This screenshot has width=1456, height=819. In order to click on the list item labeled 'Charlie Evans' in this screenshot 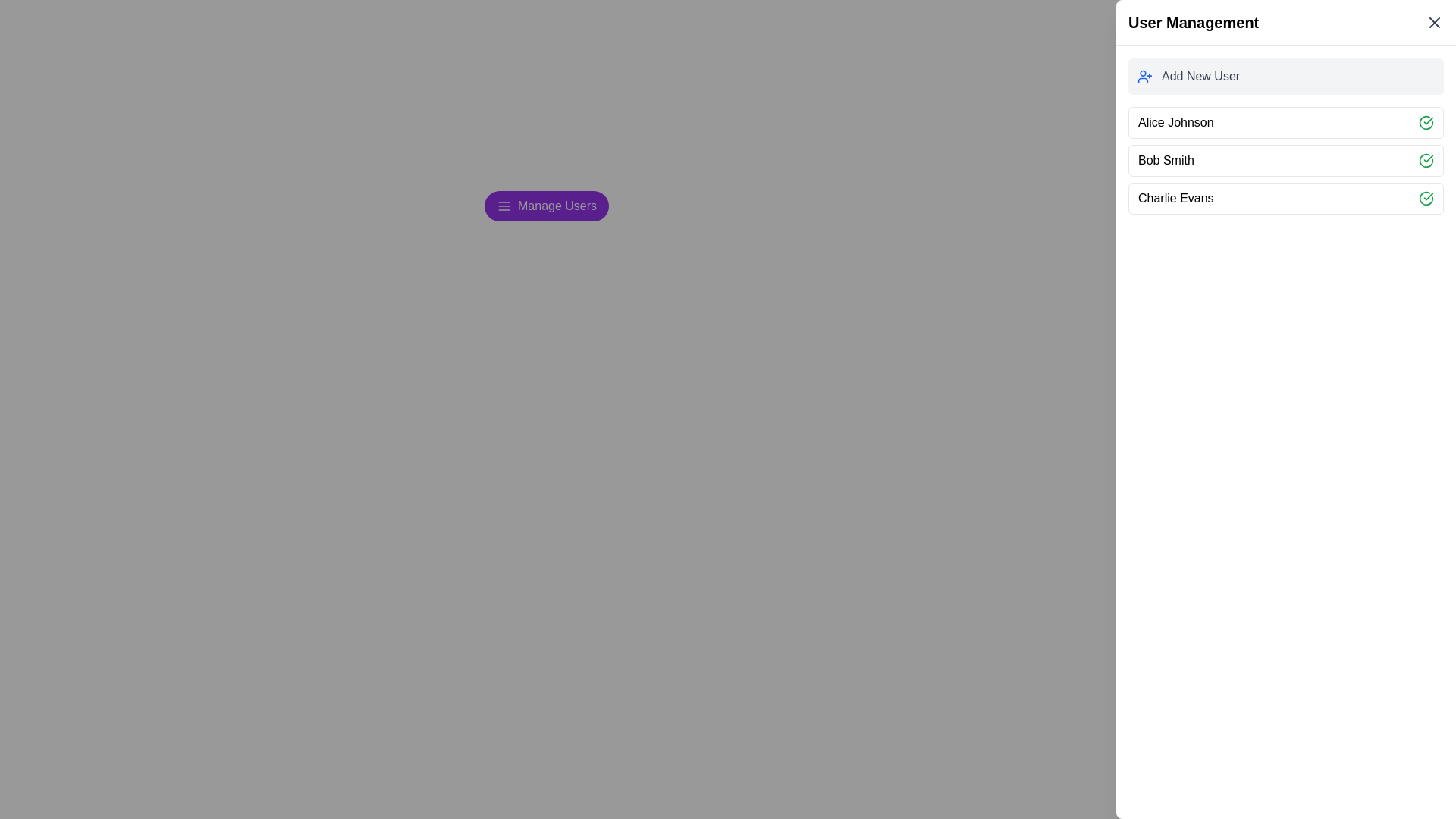, I will do `click(1285, 198)`.